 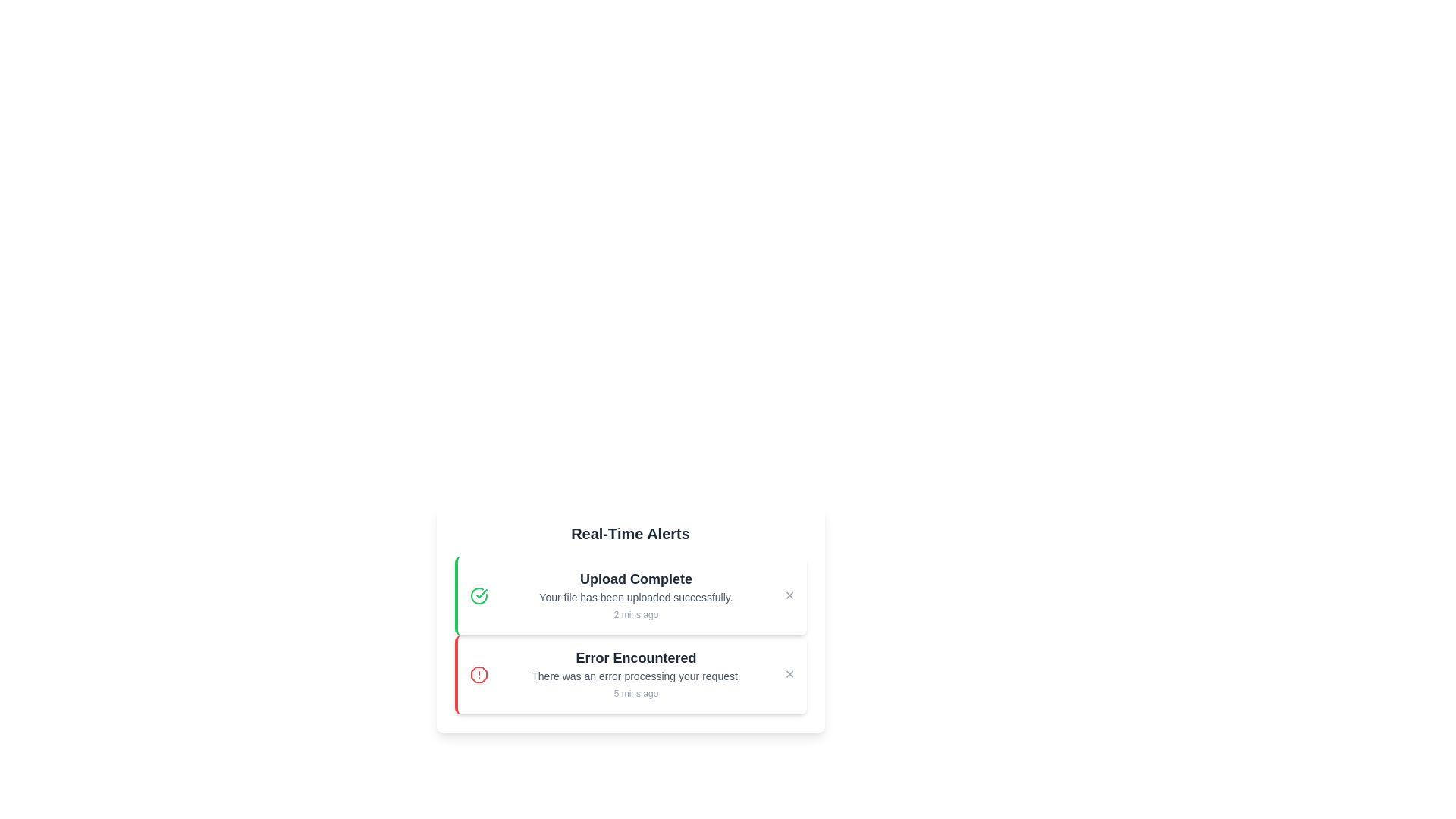 What do you see at coordinates (636, 579) in the screenshot?
I see `the text label reading 'Upload Complete', which is styled with a large bold dark gray font and located at the top of the notification card in the 'Real-Time Alerts' section` at bounding box center [636, 579].